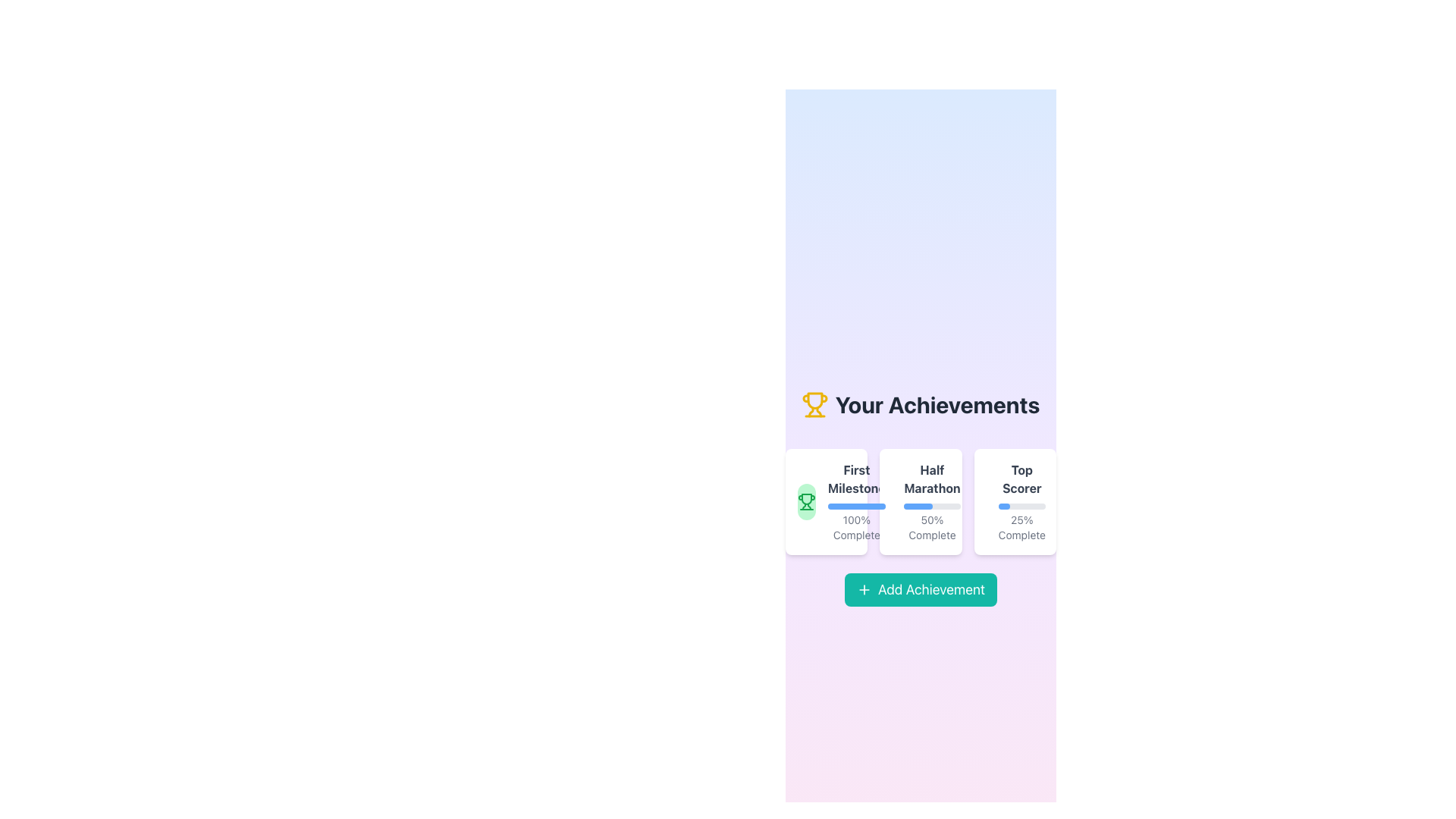  Describe the element at coordinates (826, 502) in the screenshot. I see `the Informational Card that displays achievement details, which is the first card in the achievement cards section located at the top-left corner` at that location.